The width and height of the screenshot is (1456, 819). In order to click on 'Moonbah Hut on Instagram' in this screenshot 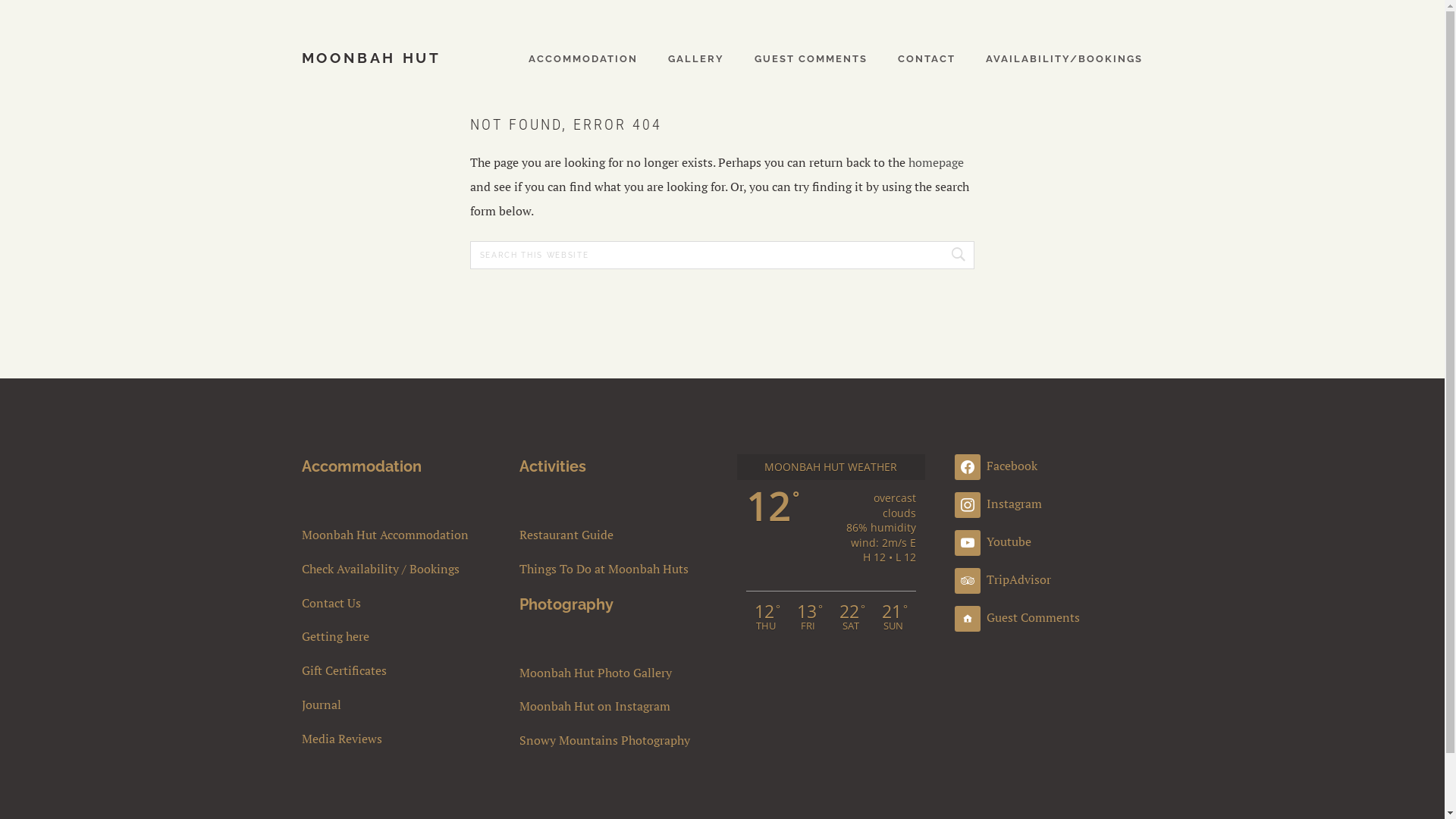, I will do `click(613, 706)`.